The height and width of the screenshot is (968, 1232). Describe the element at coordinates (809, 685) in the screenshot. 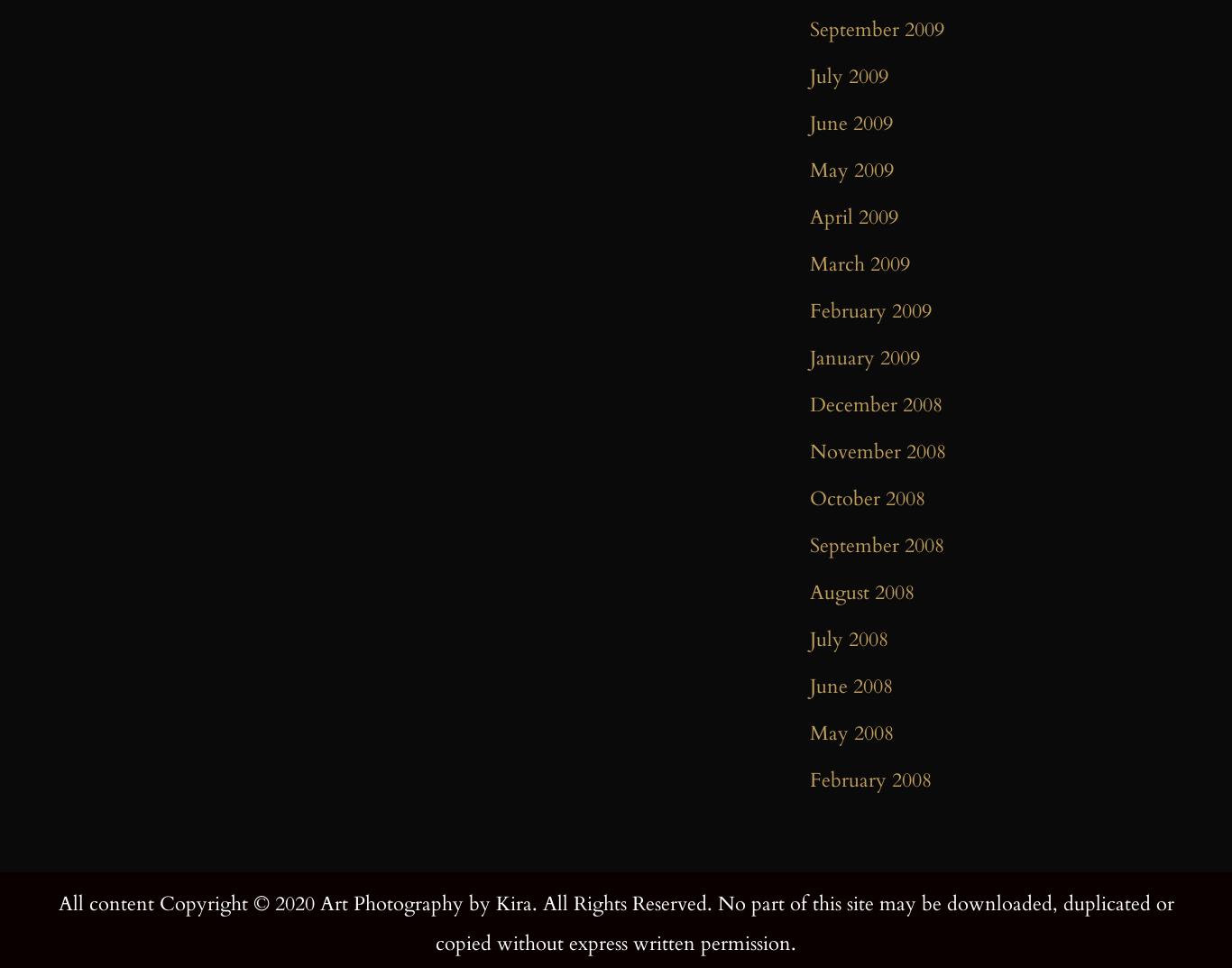

I see `'June 2008'` at that location.